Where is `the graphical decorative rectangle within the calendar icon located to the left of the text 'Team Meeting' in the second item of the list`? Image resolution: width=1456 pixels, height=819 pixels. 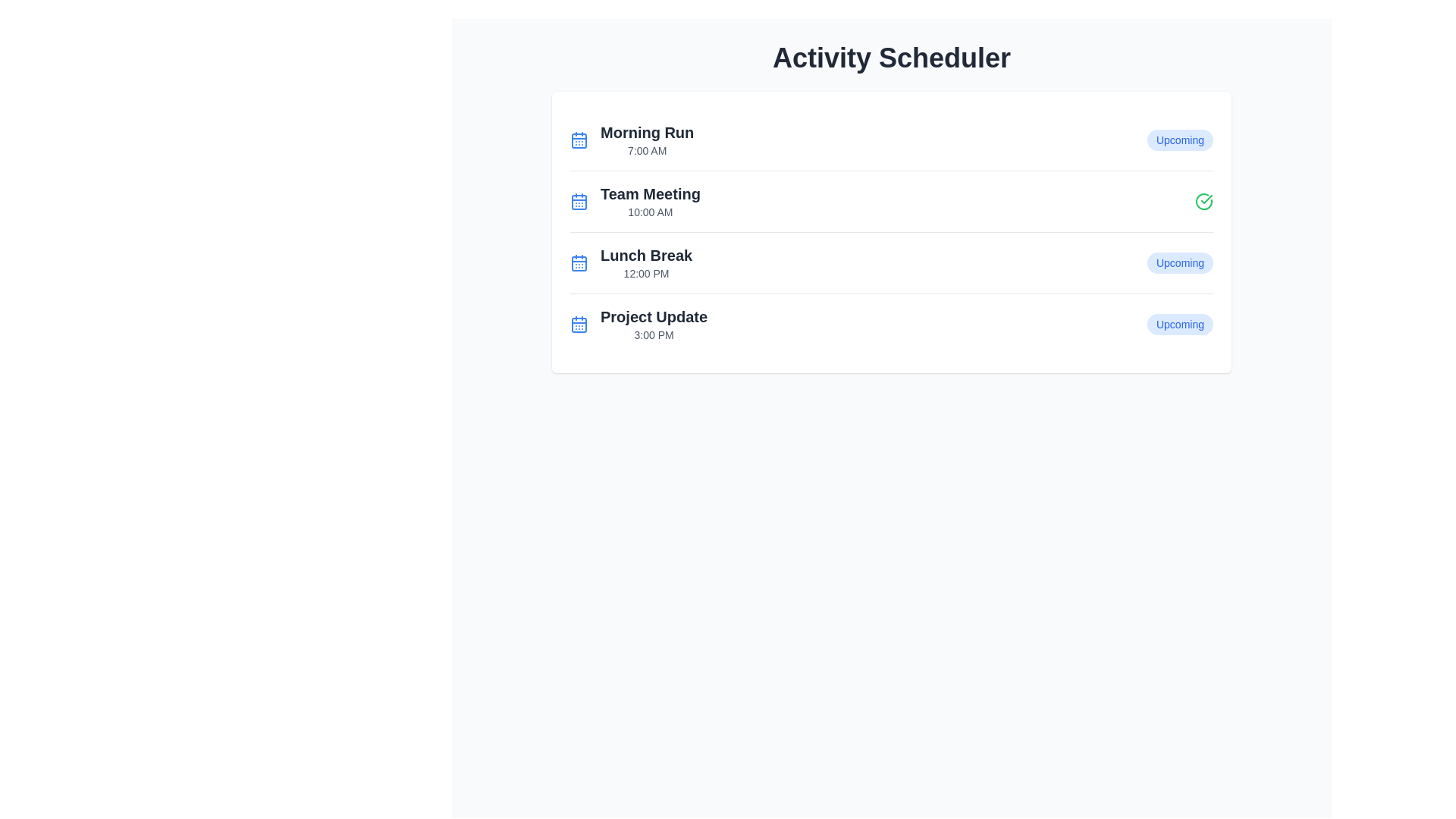
the graphical decorative rectangle within the calendar icon located to the left of the text 'Team Meeting' in the second item of the list is located at coordinates (578, 201).